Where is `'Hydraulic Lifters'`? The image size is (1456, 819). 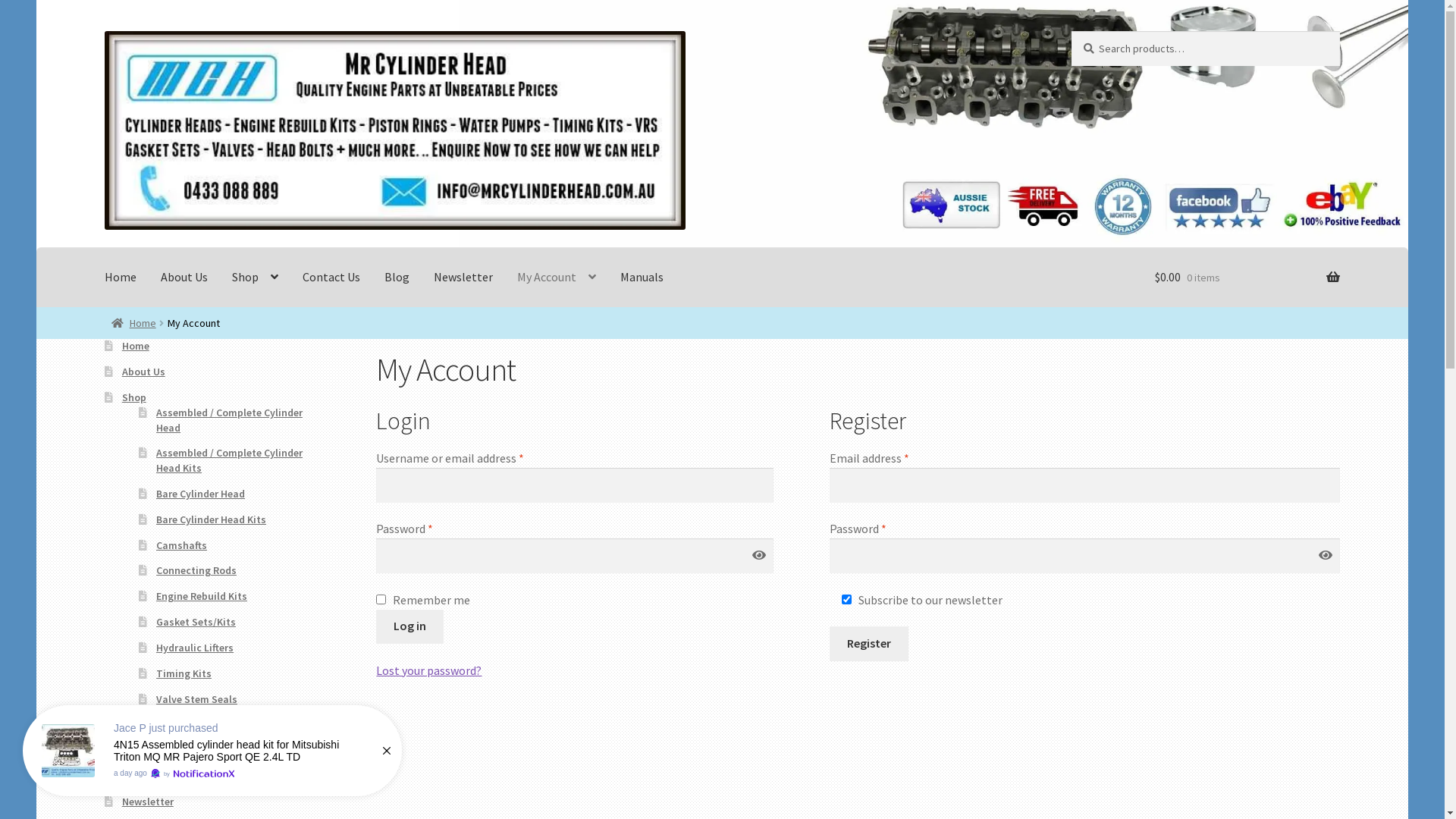
'Hydraulic Lifters' is located at coordinates (156, 647).